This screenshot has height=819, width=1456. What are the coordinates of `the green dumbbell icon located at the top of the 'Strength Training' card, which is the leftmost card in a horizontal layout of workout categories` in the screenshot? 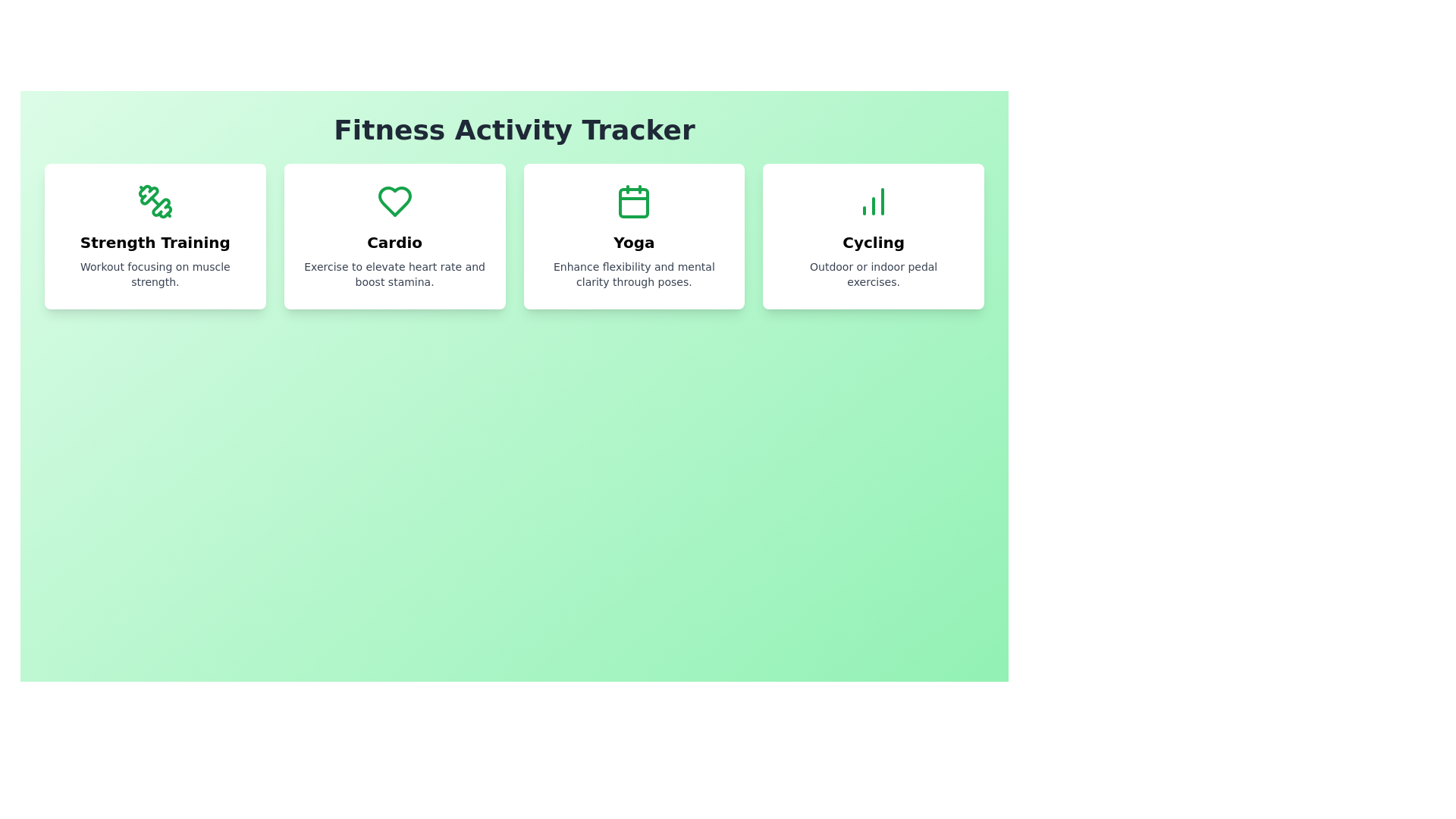 It's located at (155, 201).